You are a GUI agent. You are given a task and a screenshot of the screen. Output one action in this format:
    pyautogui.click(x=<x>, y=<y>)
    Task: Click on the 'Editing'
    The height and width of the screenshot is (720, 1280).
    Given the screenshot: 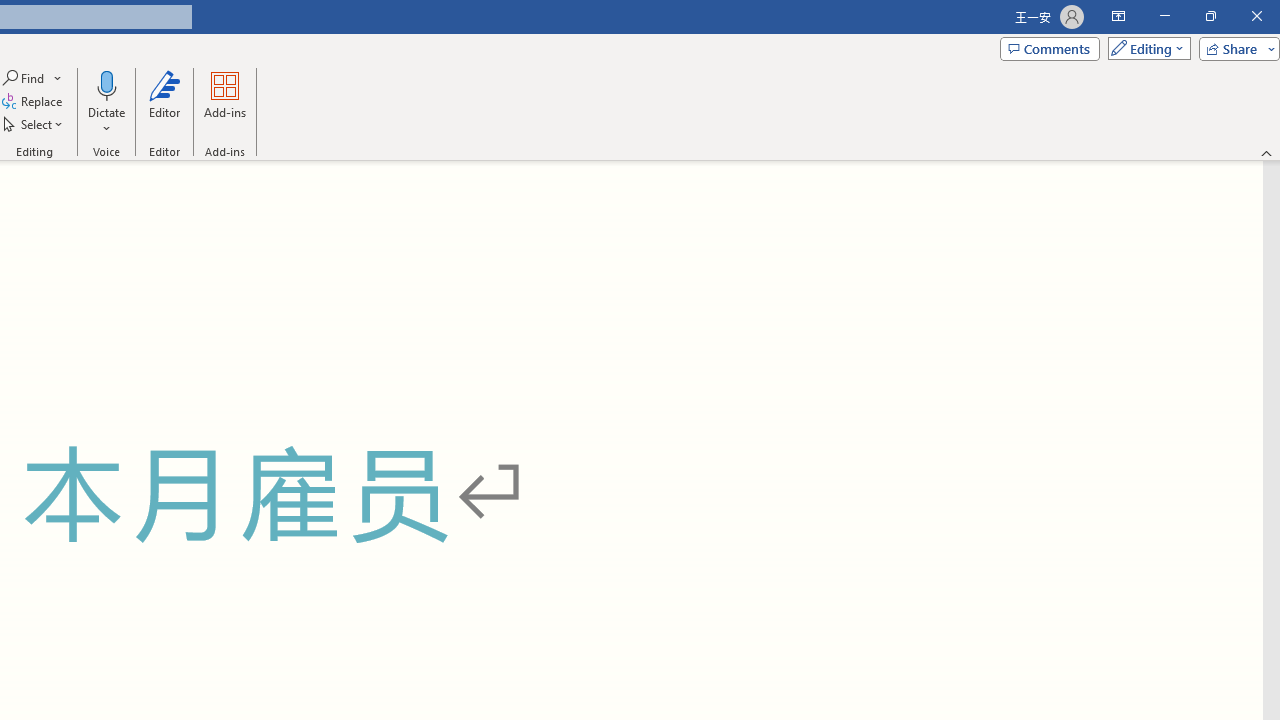 What is the action you would take?
    pyautogui.click(x=1144, y=47)
    